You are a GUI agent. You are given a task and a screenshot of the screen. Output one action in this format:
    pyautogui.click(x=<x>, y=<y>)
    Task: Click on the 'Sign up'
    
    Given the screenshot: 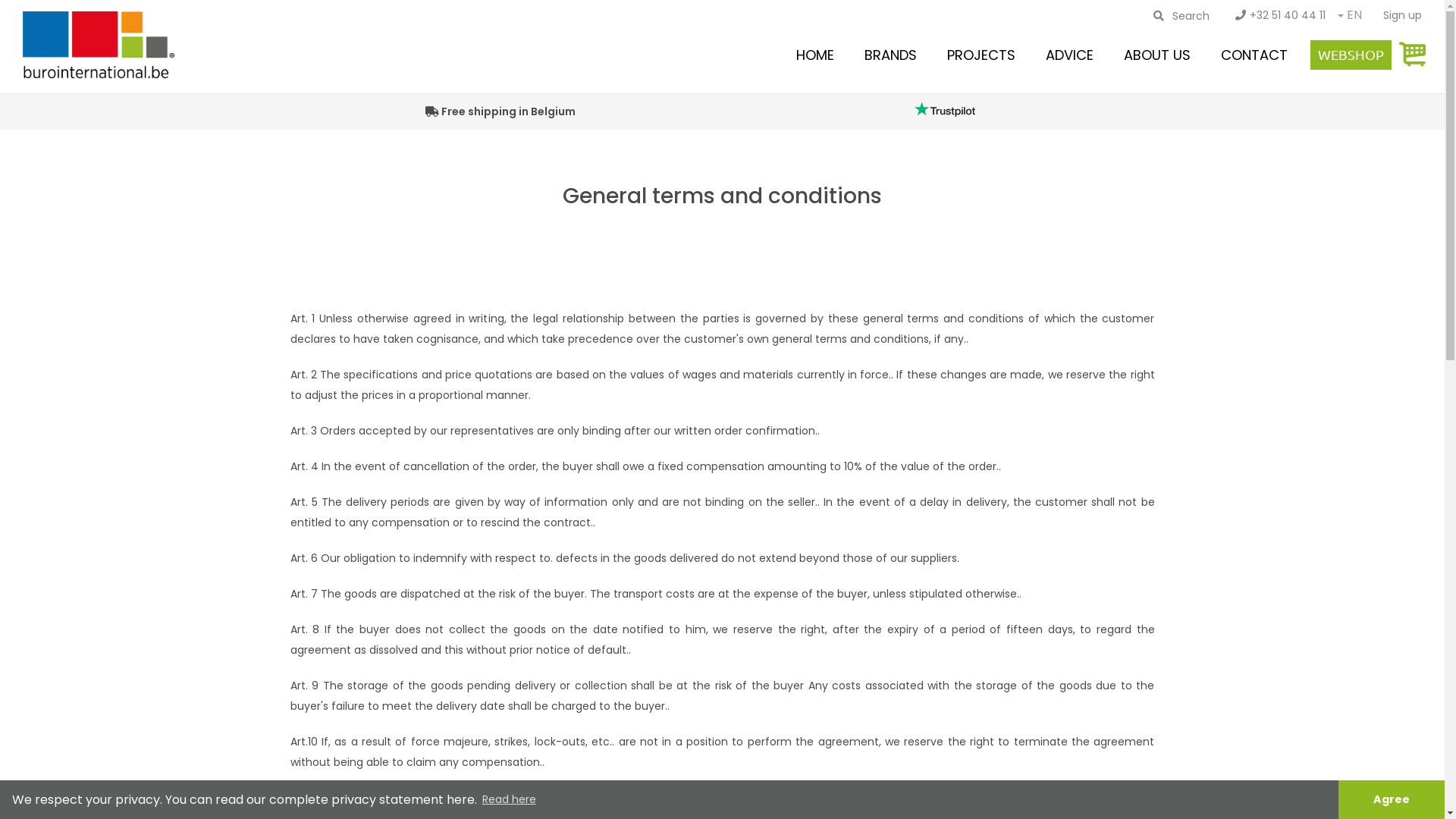 What is the action you would take?
    pyautogui.click(x=1401, y=14)
    